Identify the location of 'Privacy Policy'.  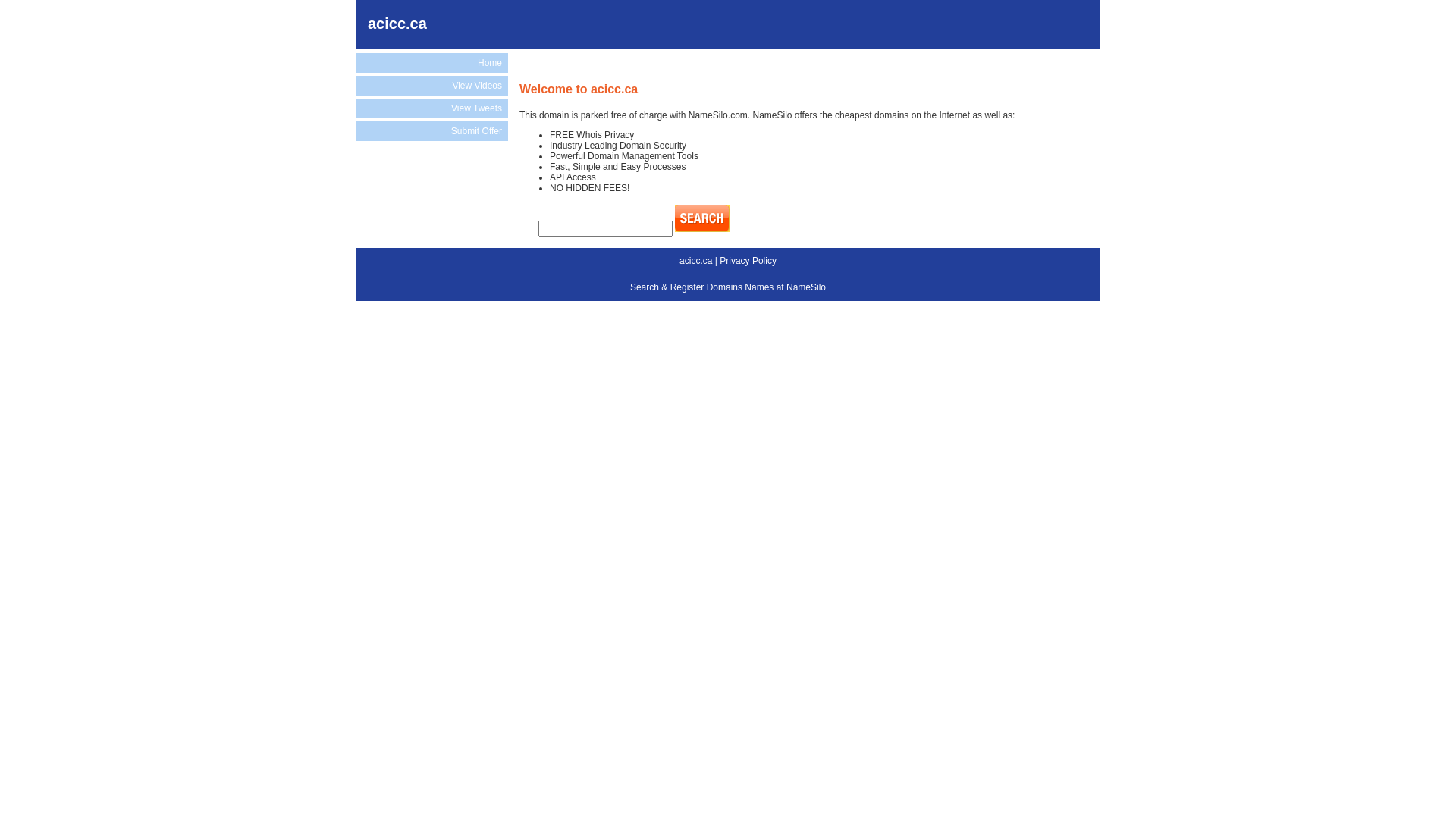
(748, 259).